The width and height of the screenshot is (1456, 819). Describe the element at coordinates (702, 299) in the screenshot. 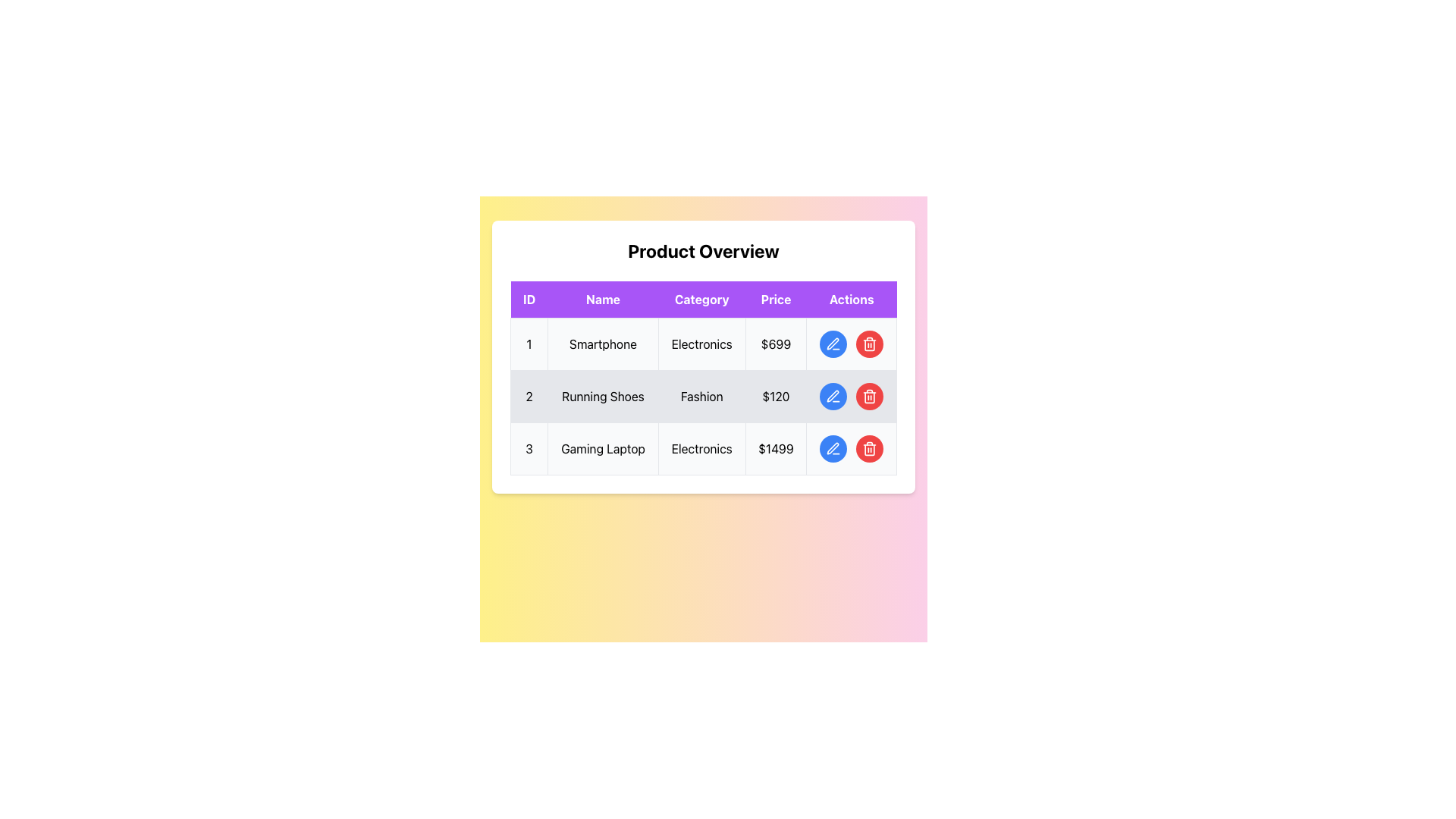

I see `the Table Header Row located below the 'Product Overview' header to interact with the content under the columns labeled ID, Name, Category, Price, and Actions` at that location.